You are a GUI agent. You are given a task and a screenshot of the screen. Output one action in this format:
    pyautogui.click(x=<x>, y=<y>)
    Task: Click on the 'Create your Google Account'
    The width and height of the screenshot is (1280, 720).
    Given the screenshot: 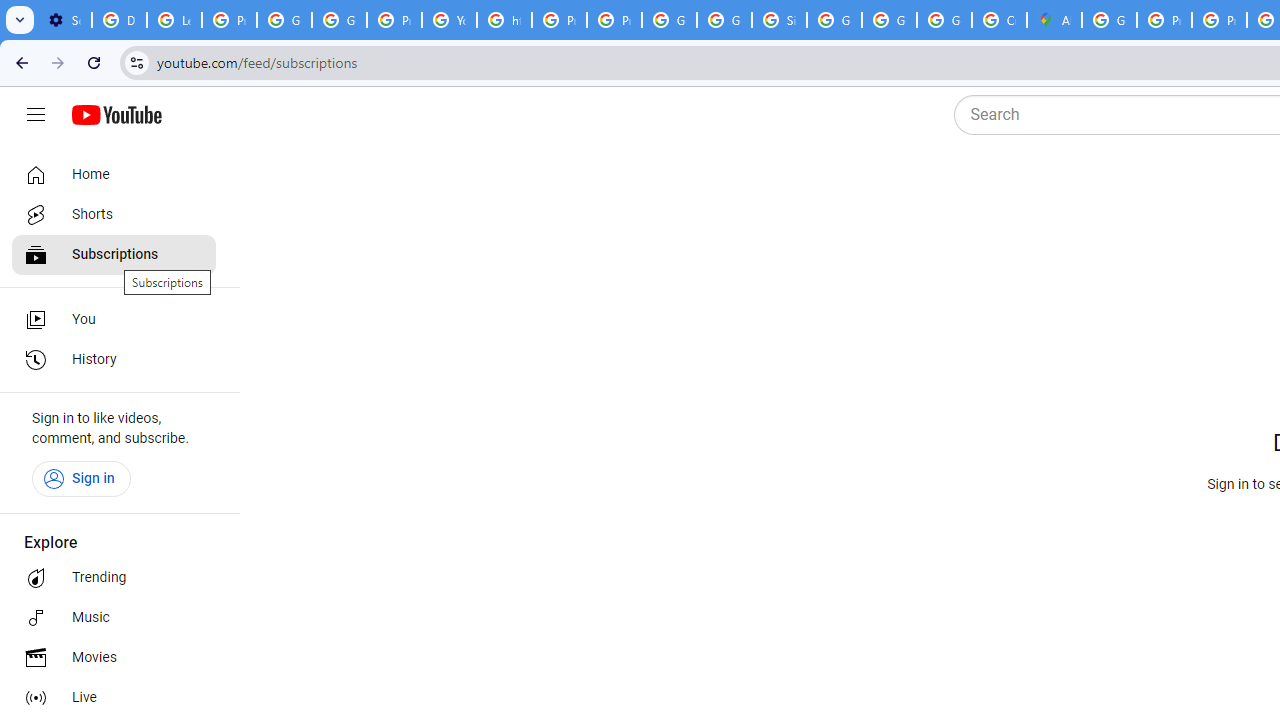 What is the action you would take?
    pyautogui.click(x=999, y=20)
    